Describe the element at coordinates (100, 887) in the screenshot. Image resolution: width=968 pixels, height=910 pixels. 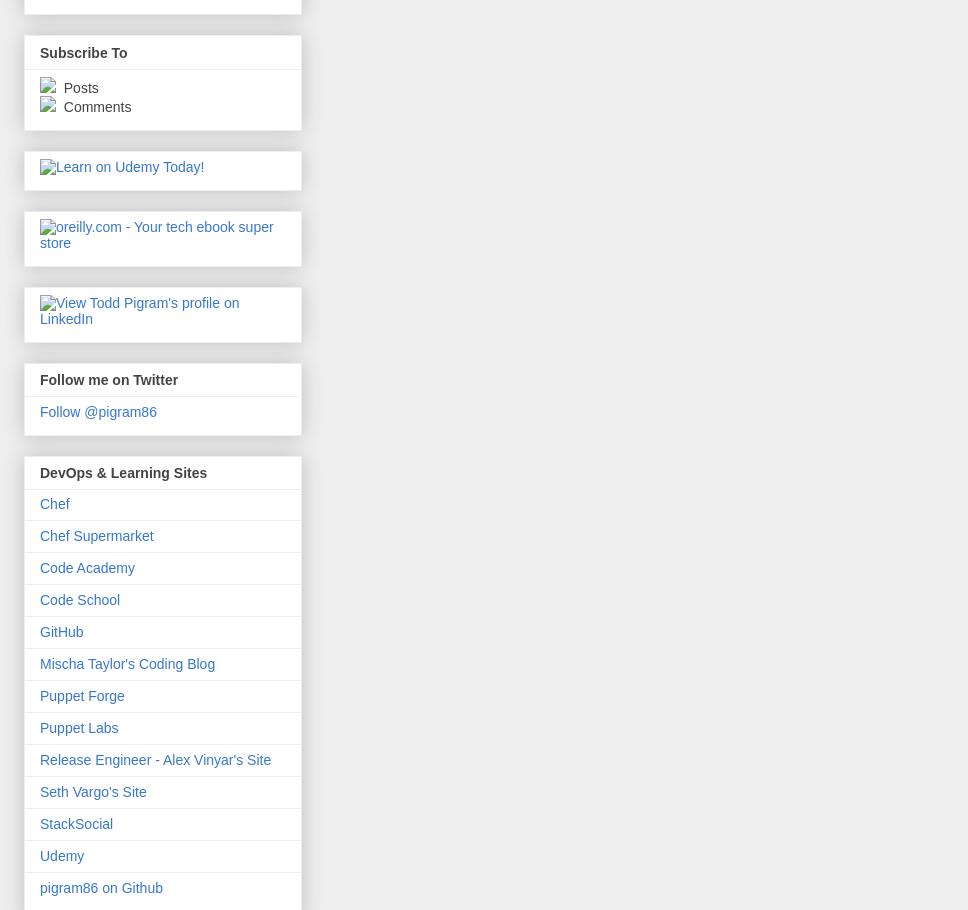
I see `'pigram86 on Github'` at that location.